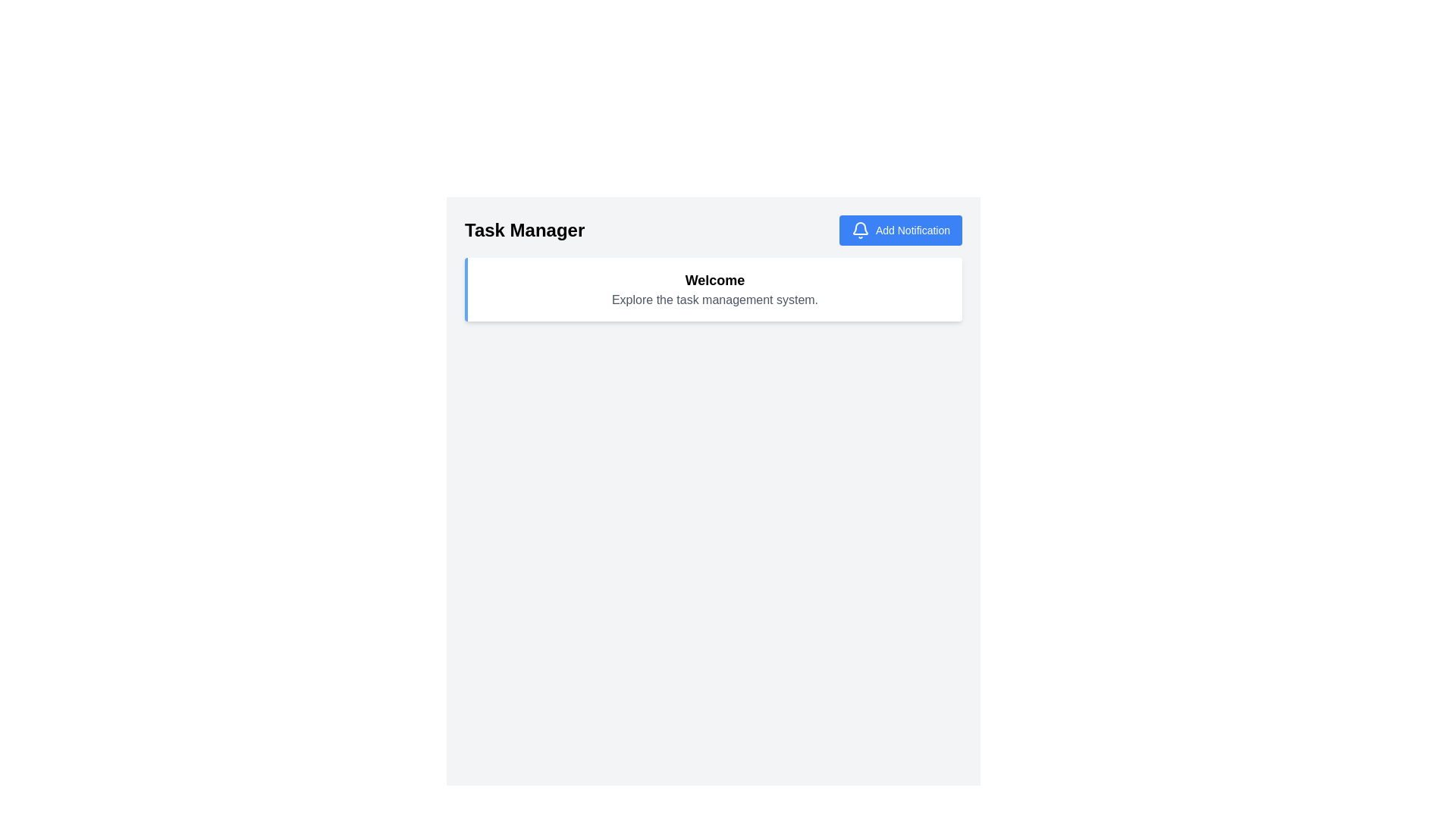  Describe the element at coordinates (714, 300) in the screenshot. I see `the Static Informative Text located beneath the 'Welcome' heading in the white panel of the task management system interface` at that location.